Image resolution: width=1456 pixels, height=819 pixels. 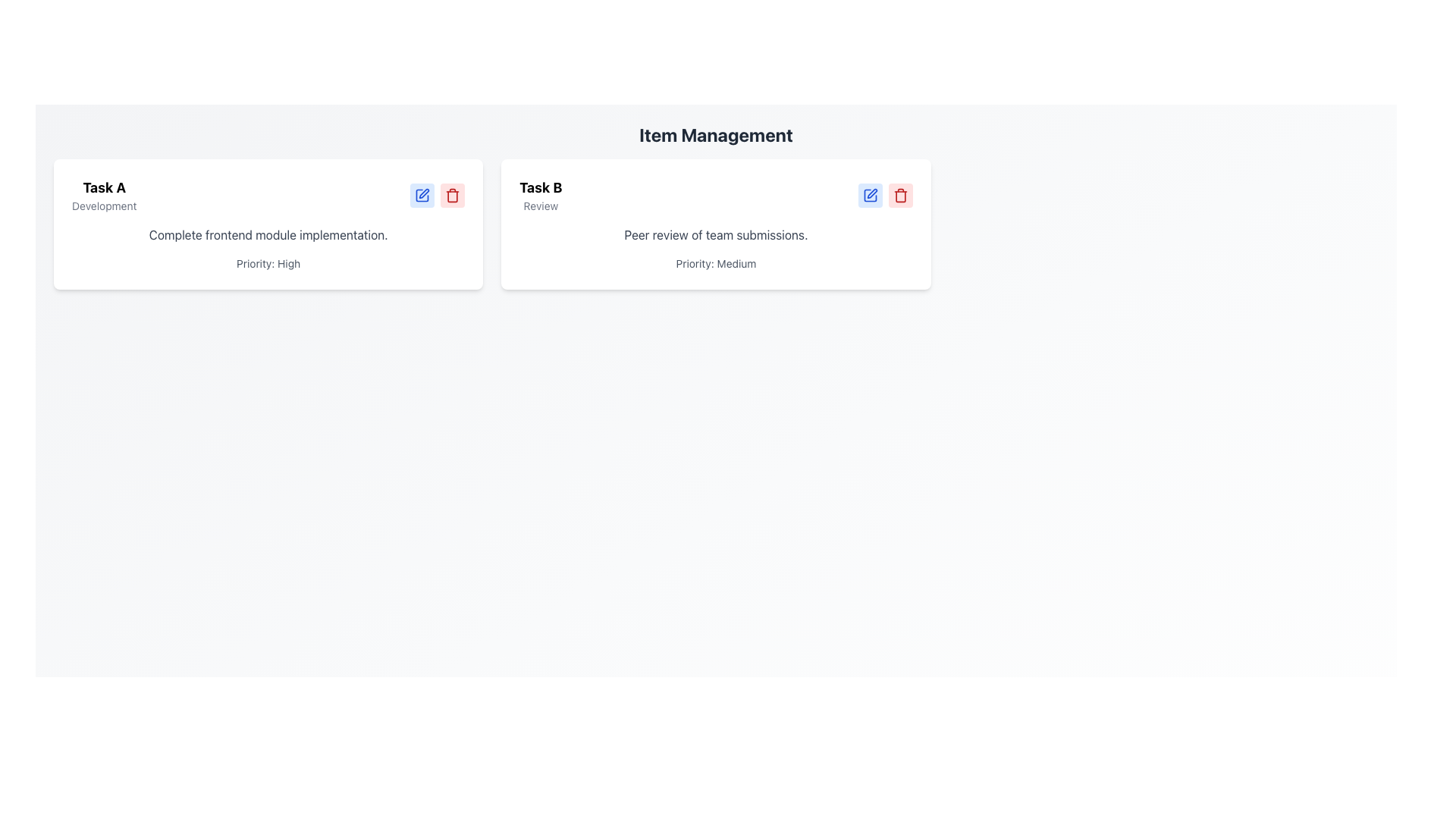 What do you see at coordinates (424, 193) in the screenshot?
I see `the stylized pen icon within the edit button on the right side of the card labeled 'Task B'` at bounding box center [424, 193].